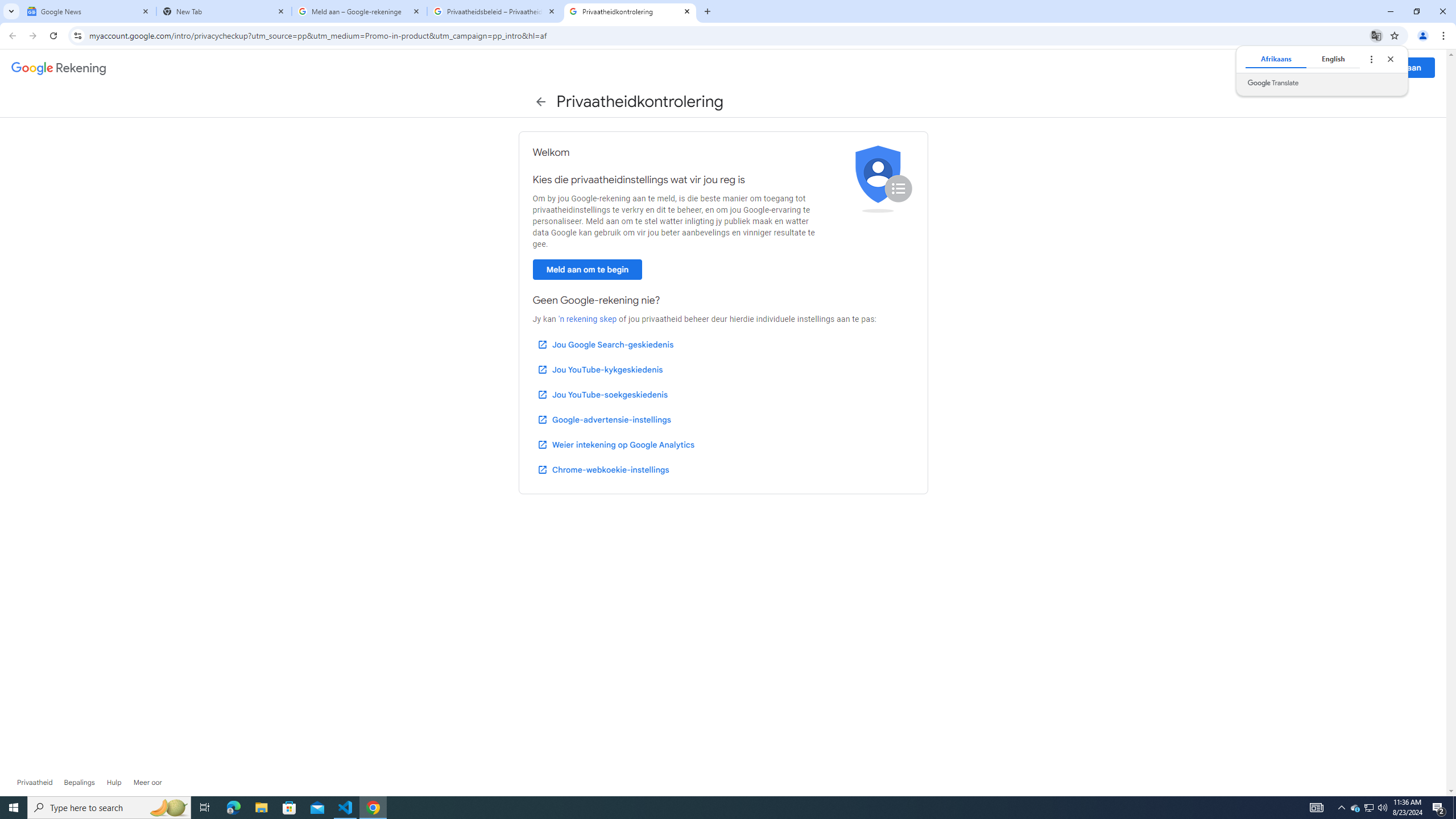  What do you see at coordinates (88, 11) in the screenshot?
I see `'Google News'` at bounding box center [88, 11].